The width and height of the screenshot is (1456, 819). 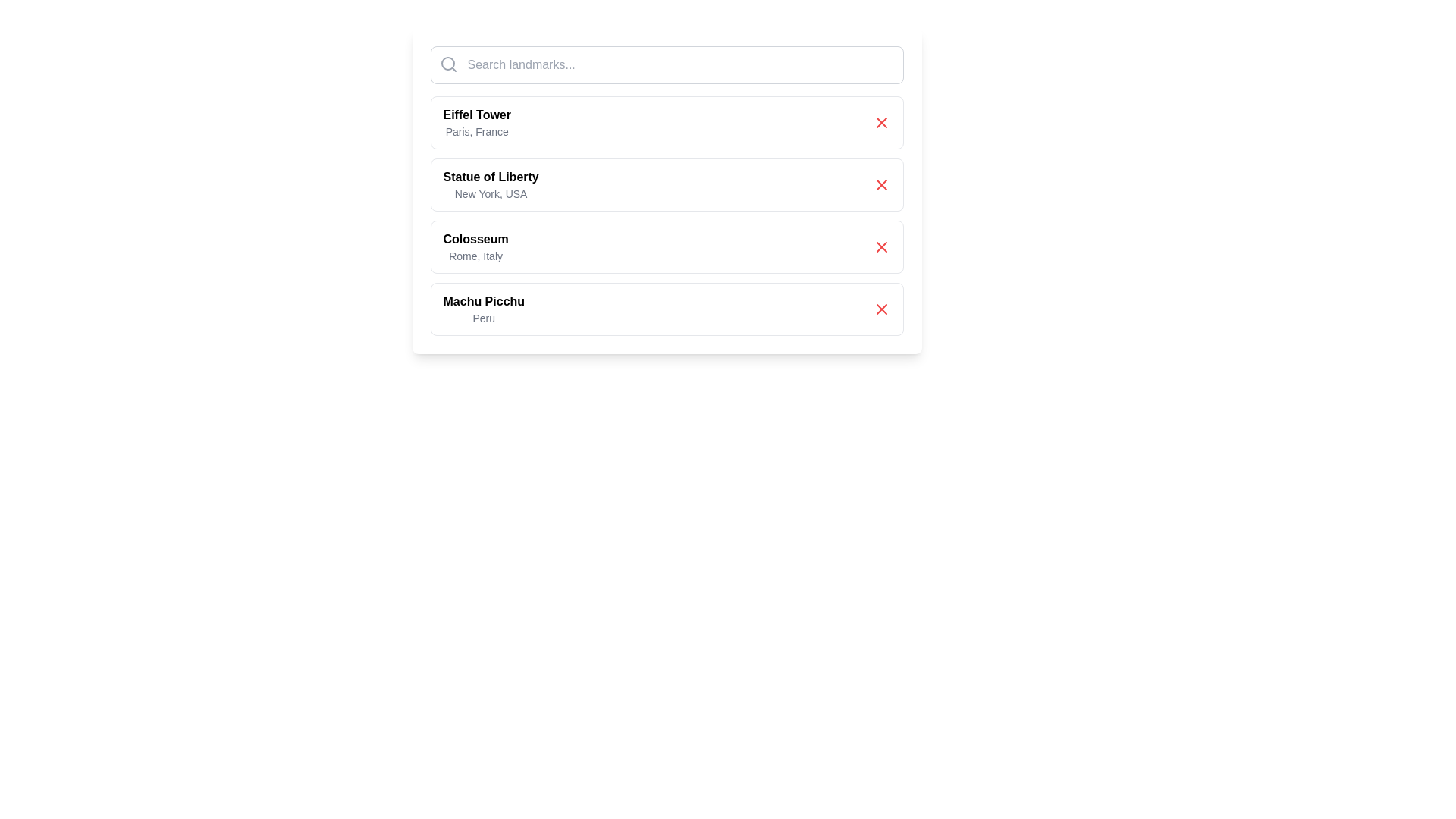 I want to click on the delete button represented by an 'X' symbol, so click(x=881, y=309).